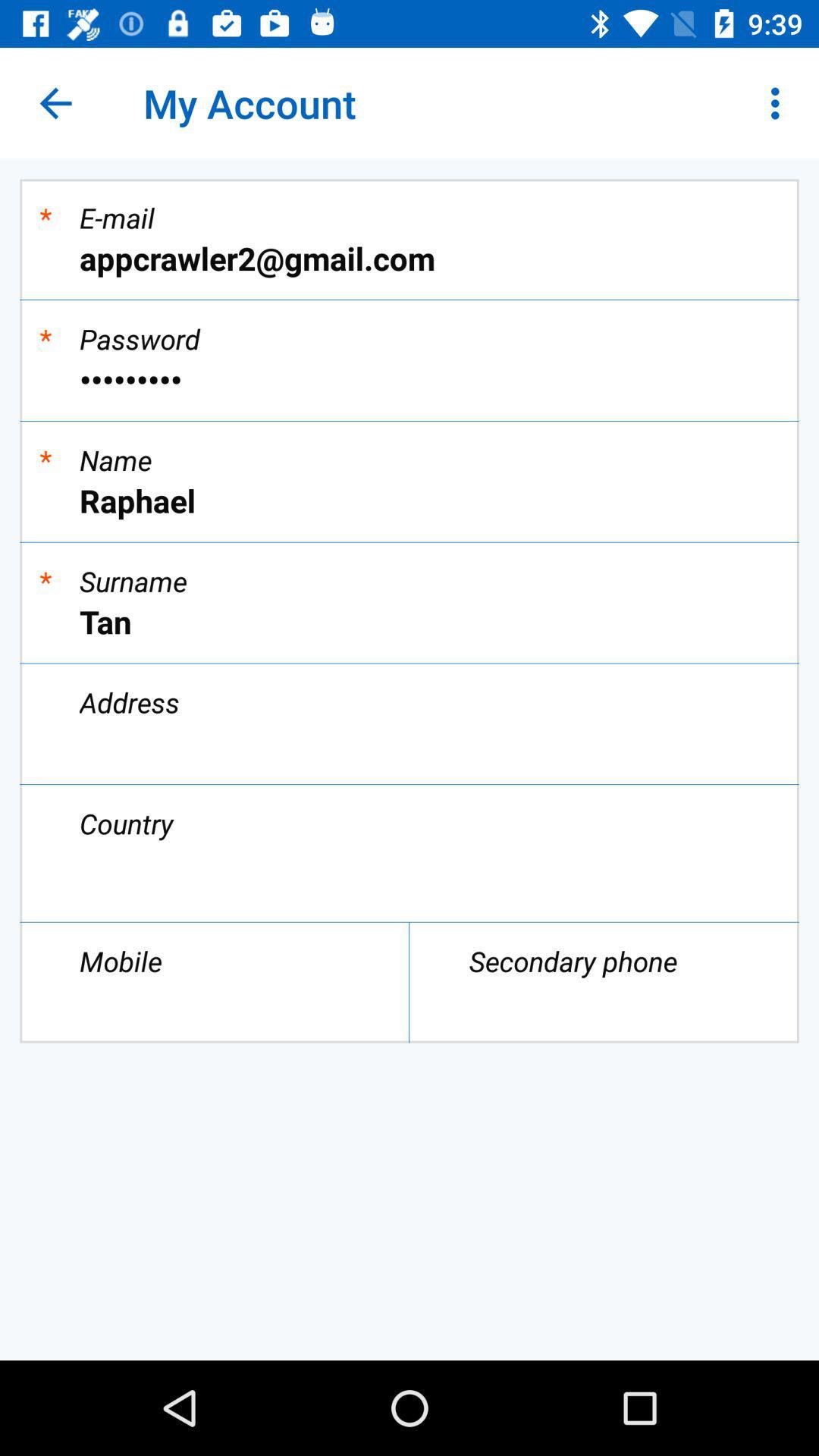  Describe the element at coordinates (779, 102) in the screenshot. I see `item at the top right corner` at that location.